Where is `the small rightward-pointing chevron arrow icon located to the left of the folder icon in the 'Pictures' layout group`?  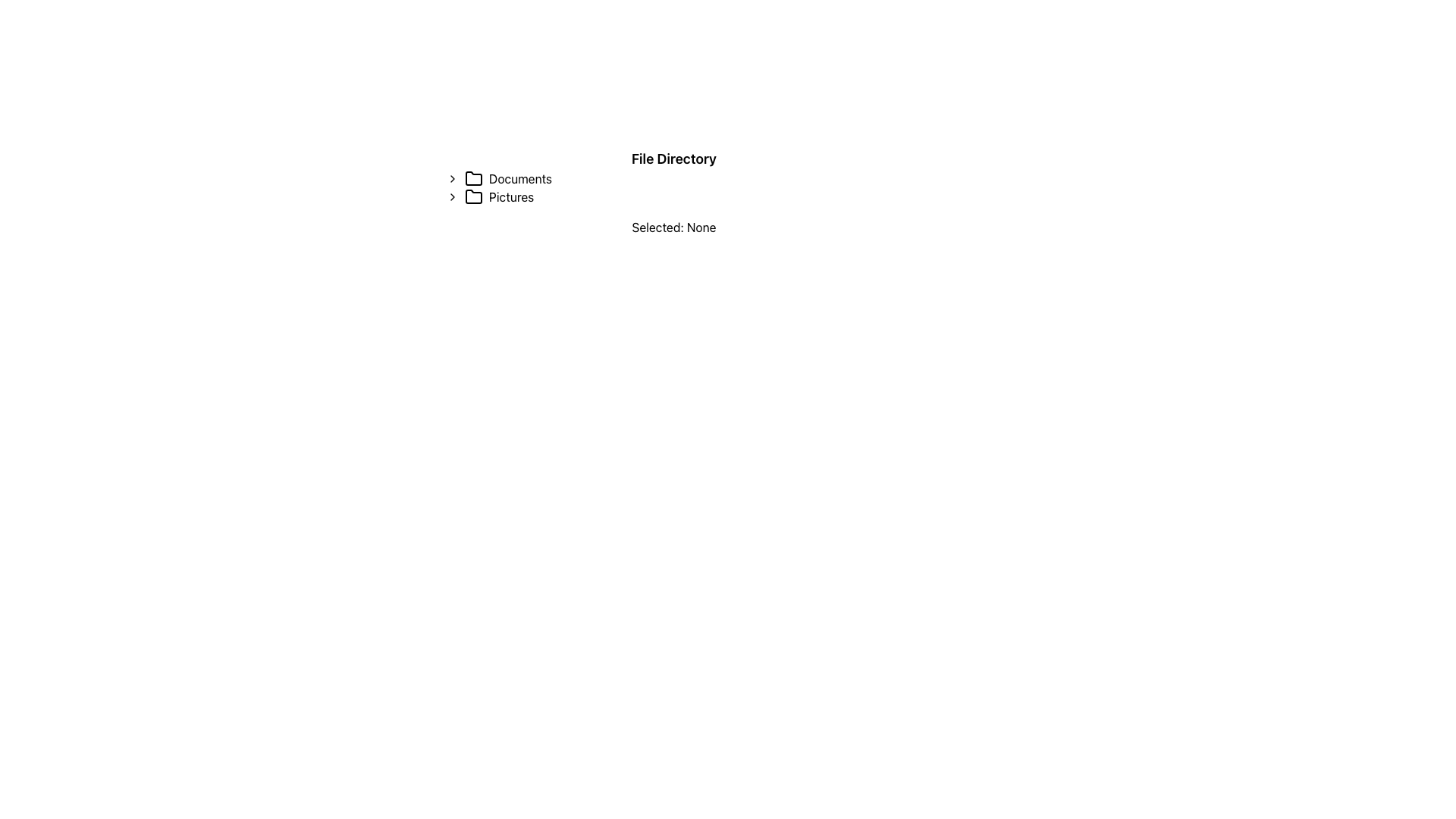
the small rightward-pointing chevron arrow icon located to the left of the folder icon in the 'Pictures' layout group is located at coordinates (451, 196).